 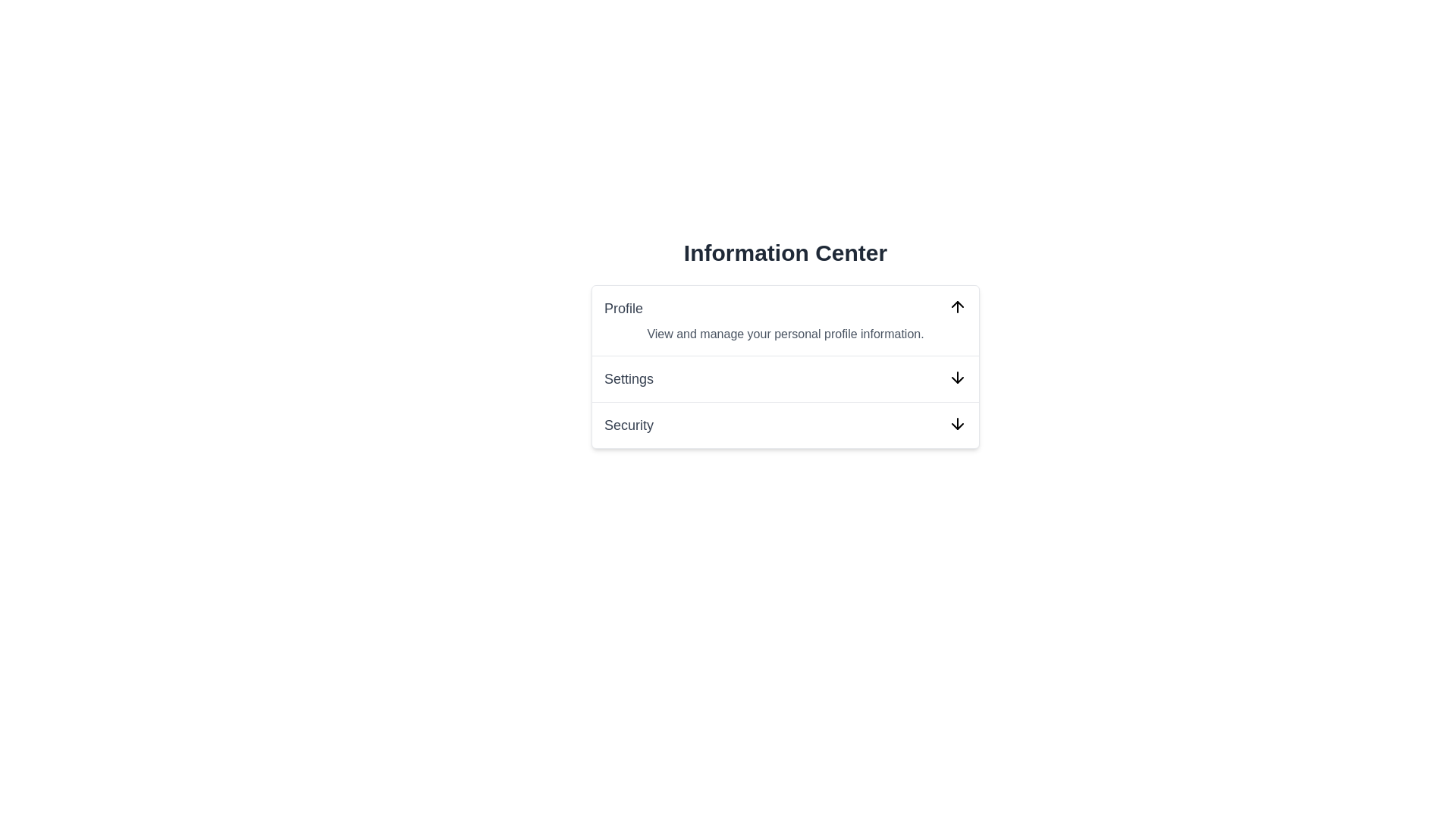 I want to click on 'Settings' label located in the second row of the 'Information Center' menu card, which is styled with a medium font weight and gray text color on a white background, so click(x=629, y=378).